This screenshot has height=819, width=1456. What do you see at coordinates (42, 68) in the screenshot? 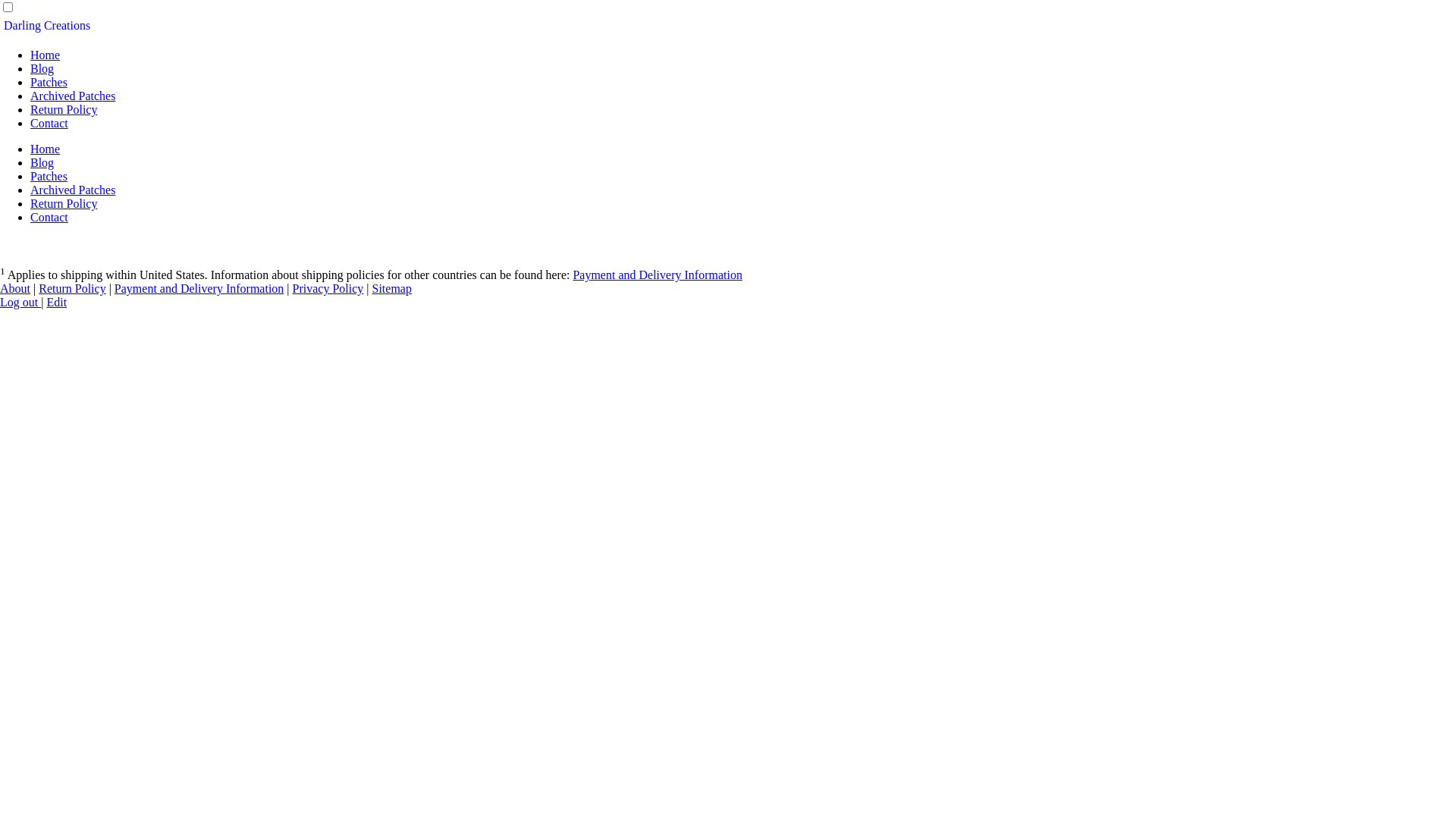
I see `'Blog'` at bounding box center [42, 68].